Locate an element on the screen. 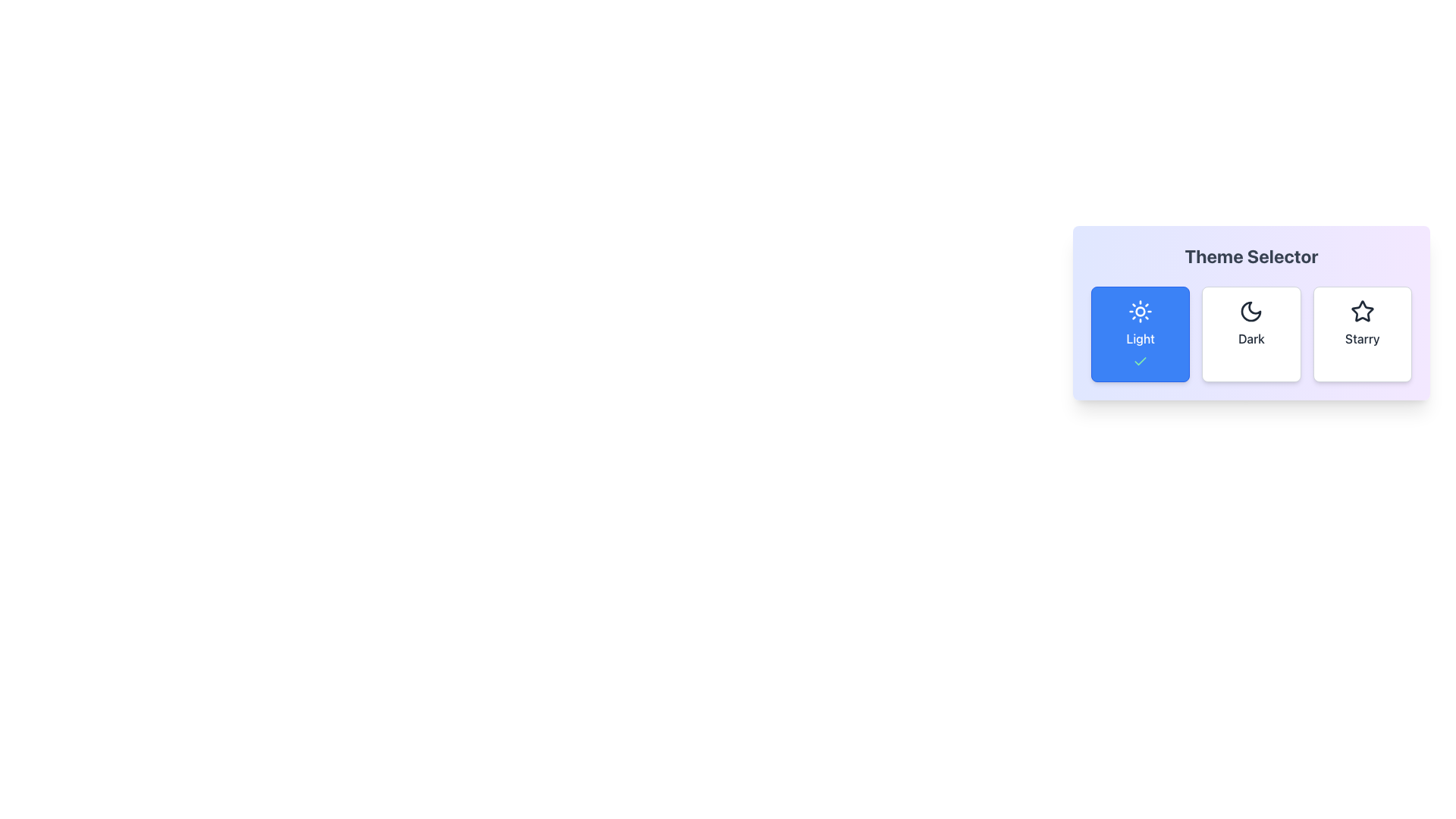 The height and width of the screenshot is (819, 1456). text label element that displays 'Dark', which is styled in bold sans-serif font and is located in the center of the 'Theme Selector' widget is located at coordinates (1251, 338).